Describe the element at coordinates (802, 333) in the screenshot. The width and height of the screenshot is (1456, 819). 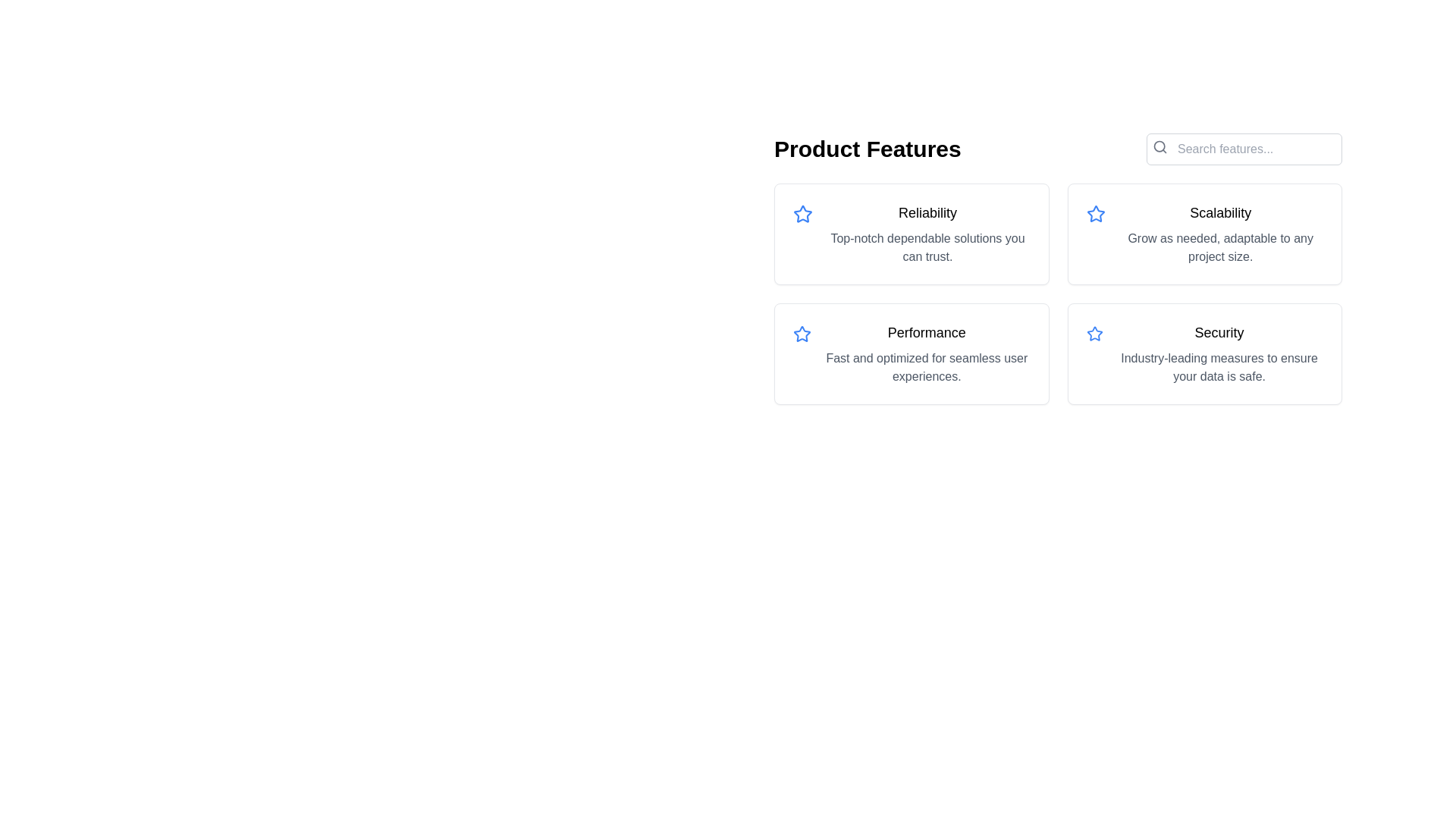
I see `the decorative icon that symbolizes the 'Performance' feature located near the top-left corner of the 'Performance' card in the grid layout of feature cards` at that location.